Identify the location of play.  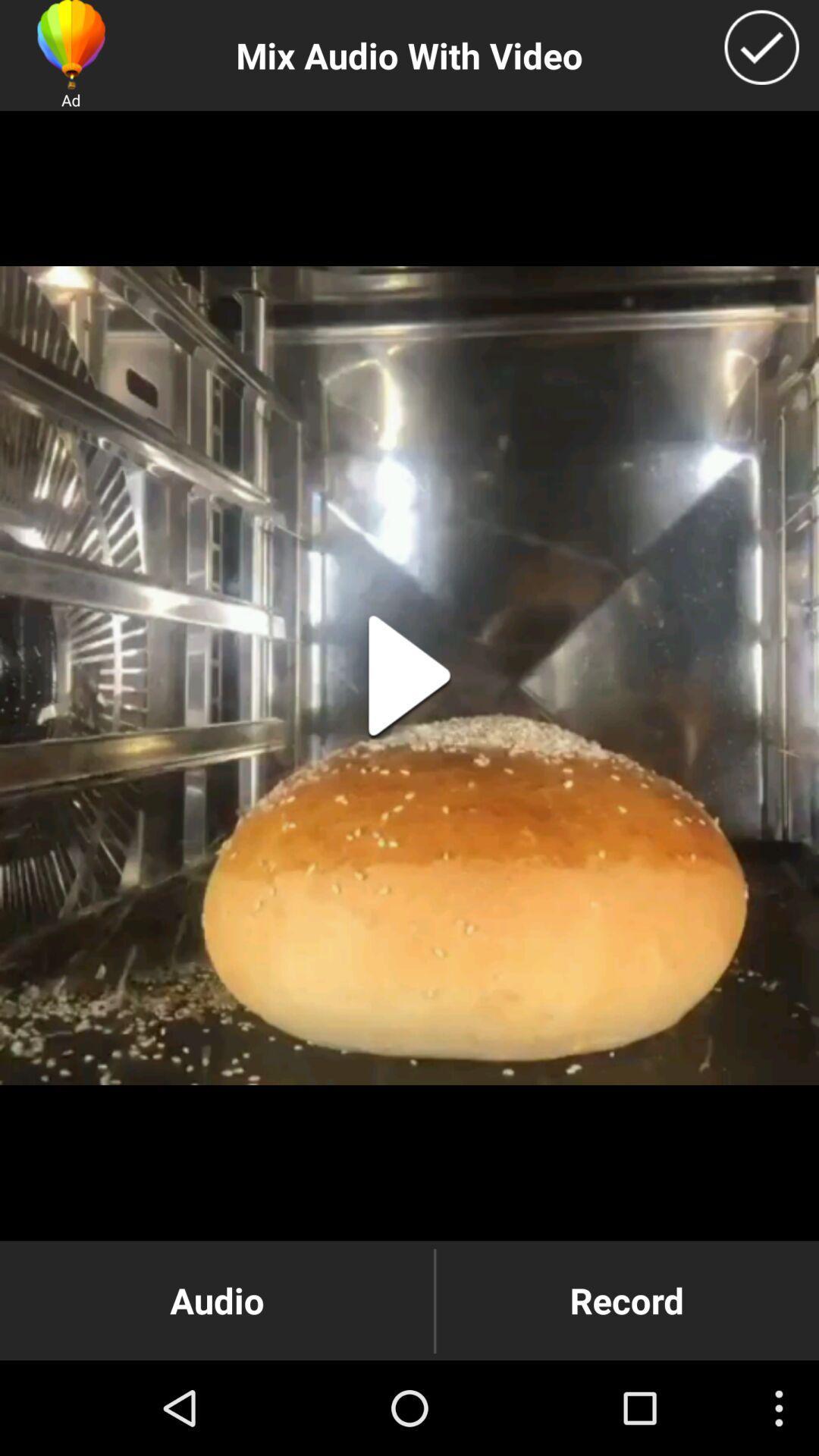
(409, 675).